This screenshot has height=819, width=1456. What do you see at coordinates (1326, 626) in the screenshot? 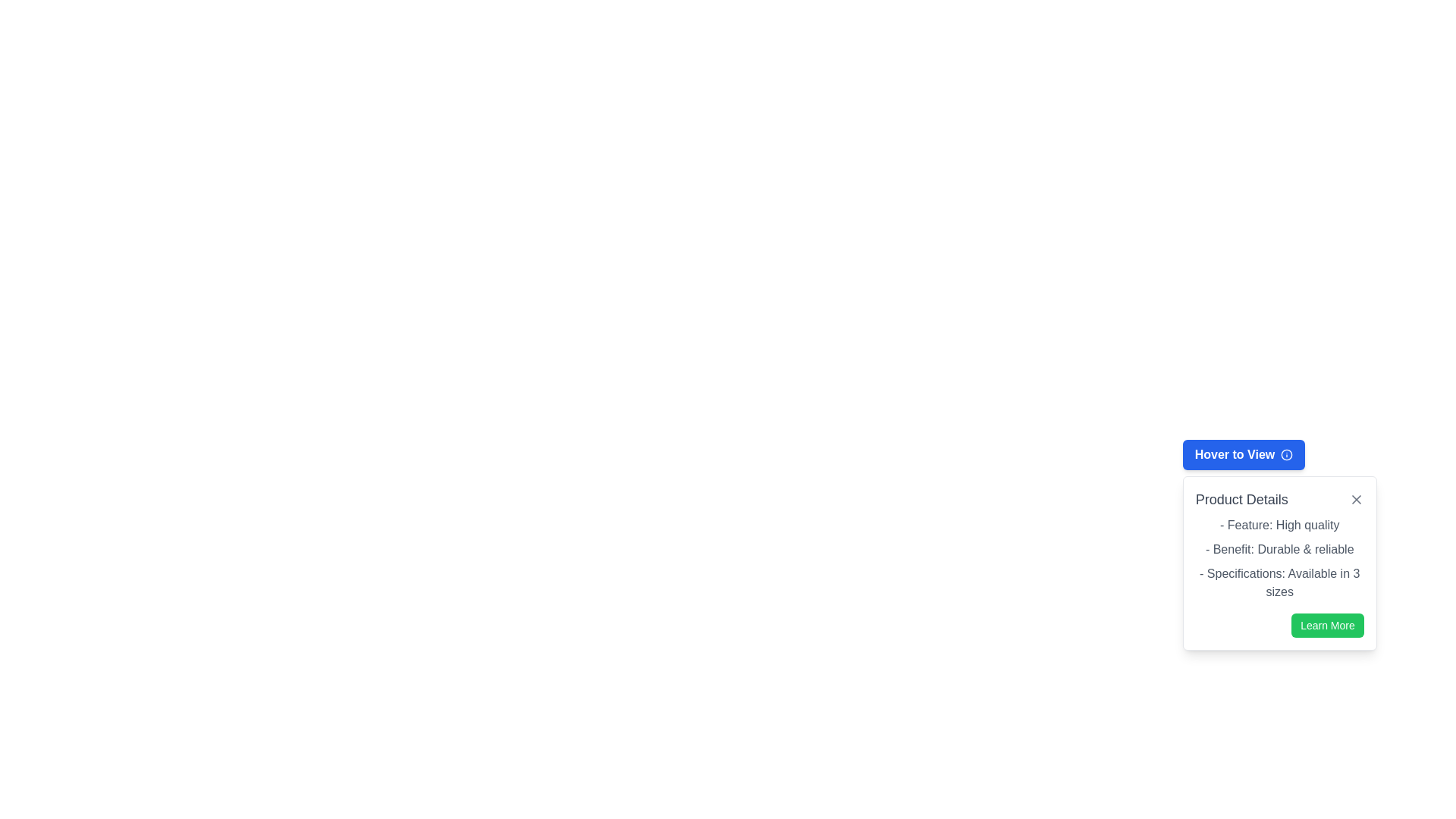
I see `the 'Learn More' button located at the bottom-right of the 'Product Details' card` at bounding box center [1326, 626].